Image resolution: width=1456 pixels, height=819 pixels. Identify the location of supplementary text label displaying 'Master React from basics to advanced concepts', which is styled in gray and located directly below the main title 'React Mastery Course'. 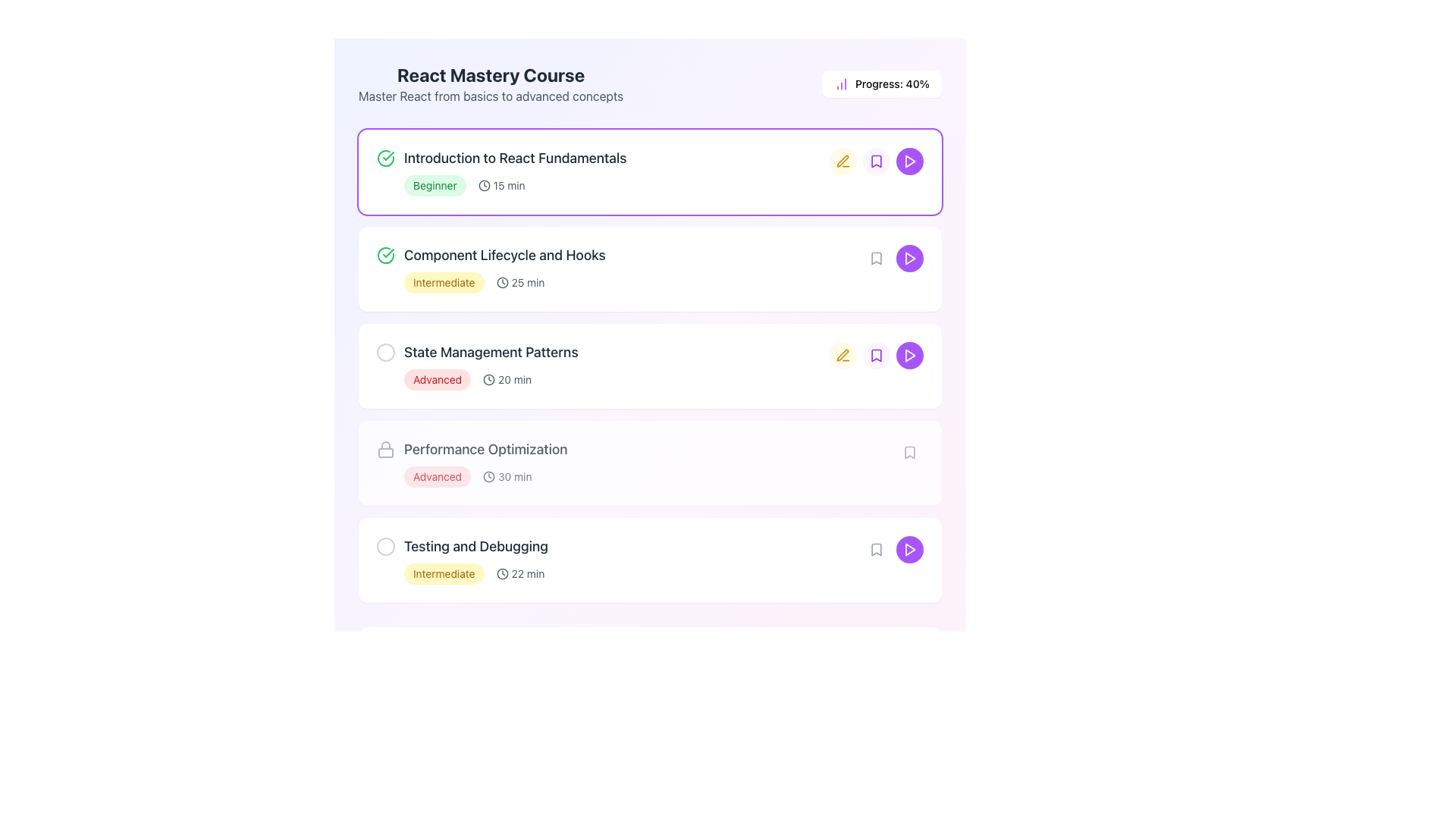
(491, 96).